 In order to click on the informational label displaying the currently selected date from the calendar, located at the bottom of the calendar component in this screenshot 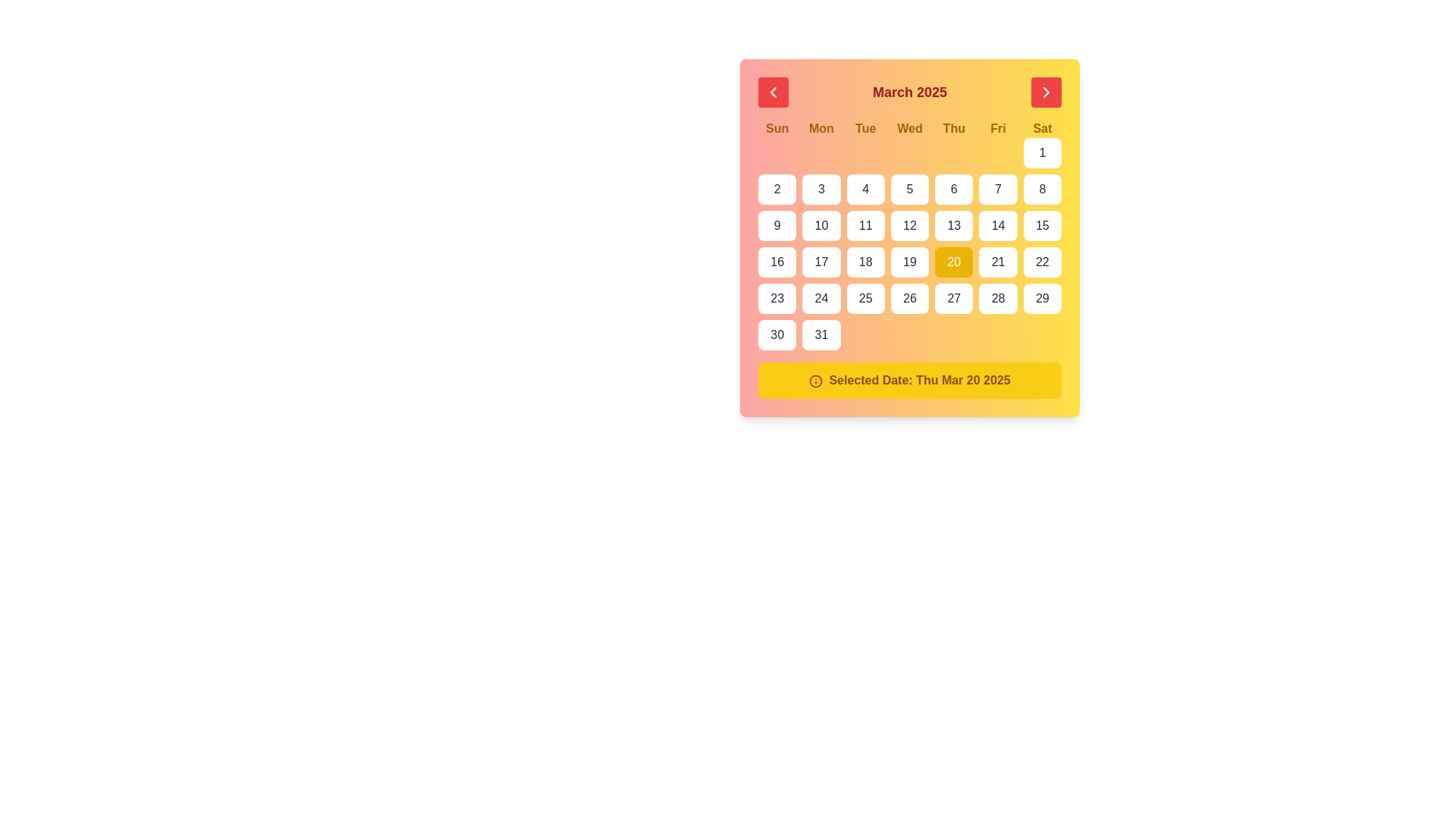, I will do `click(910, 379)`.